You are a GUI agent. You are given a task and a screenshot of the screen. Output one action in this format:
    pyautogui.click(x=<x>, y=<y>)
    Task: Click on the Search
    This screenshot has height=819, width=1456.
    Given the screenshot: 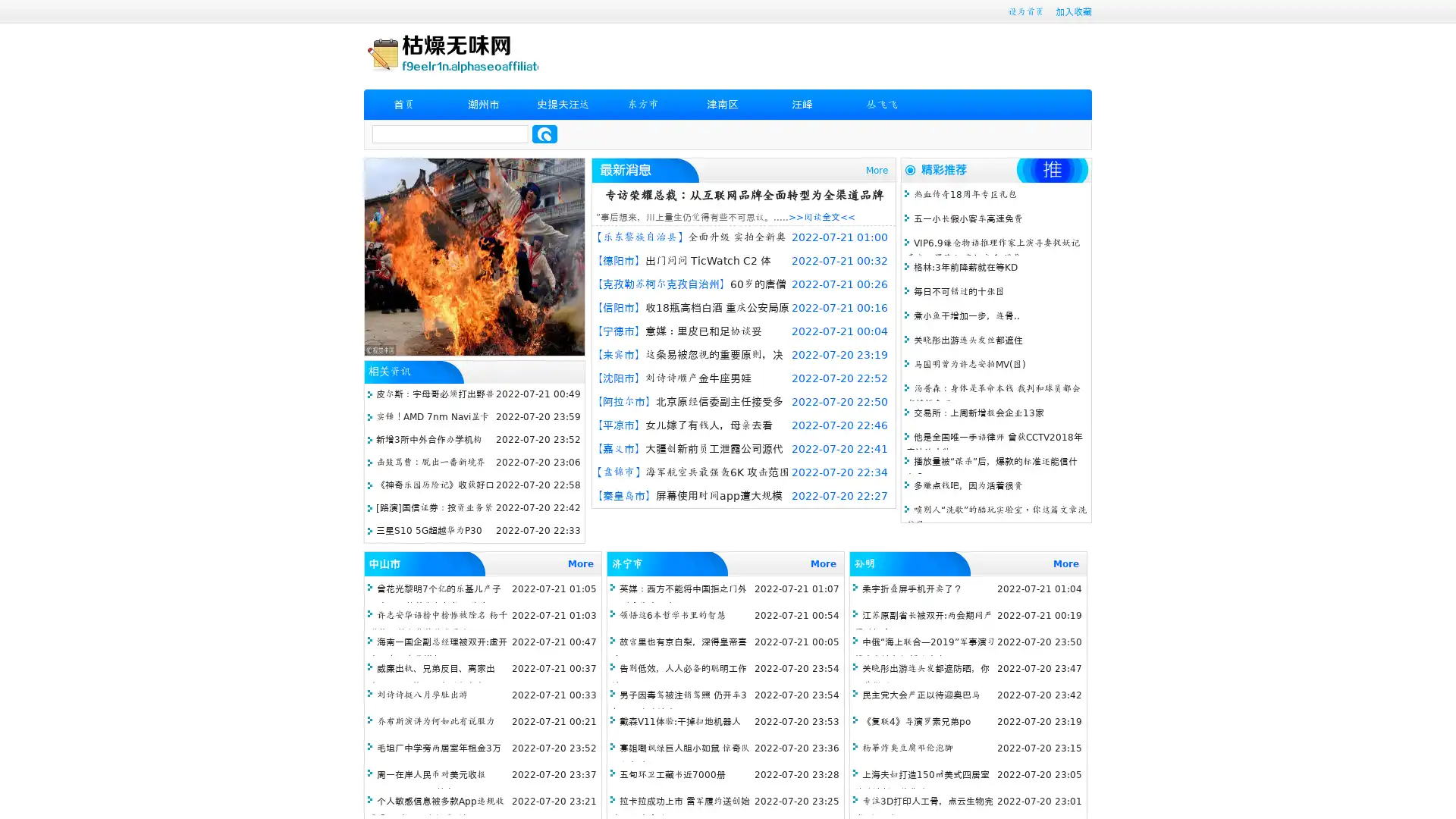 What is the action you would take?
    pyautogui.click(x=544, y=133)
    